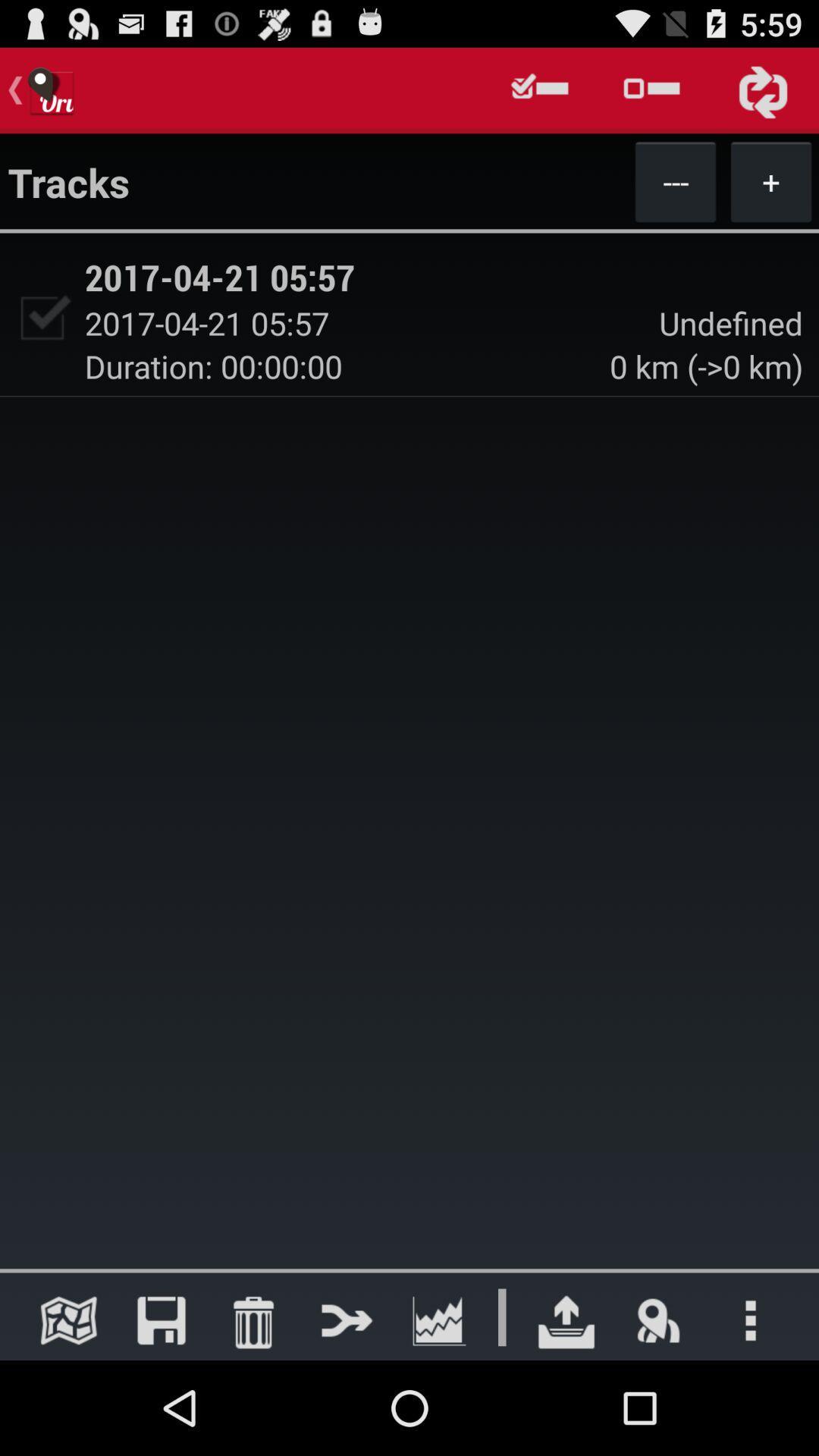 This screenshot has width=819, height=1456. What do you see at coordinates (68, 1412) in the screenshot?
I see `the book icon` at bounding box center [68, 1412].